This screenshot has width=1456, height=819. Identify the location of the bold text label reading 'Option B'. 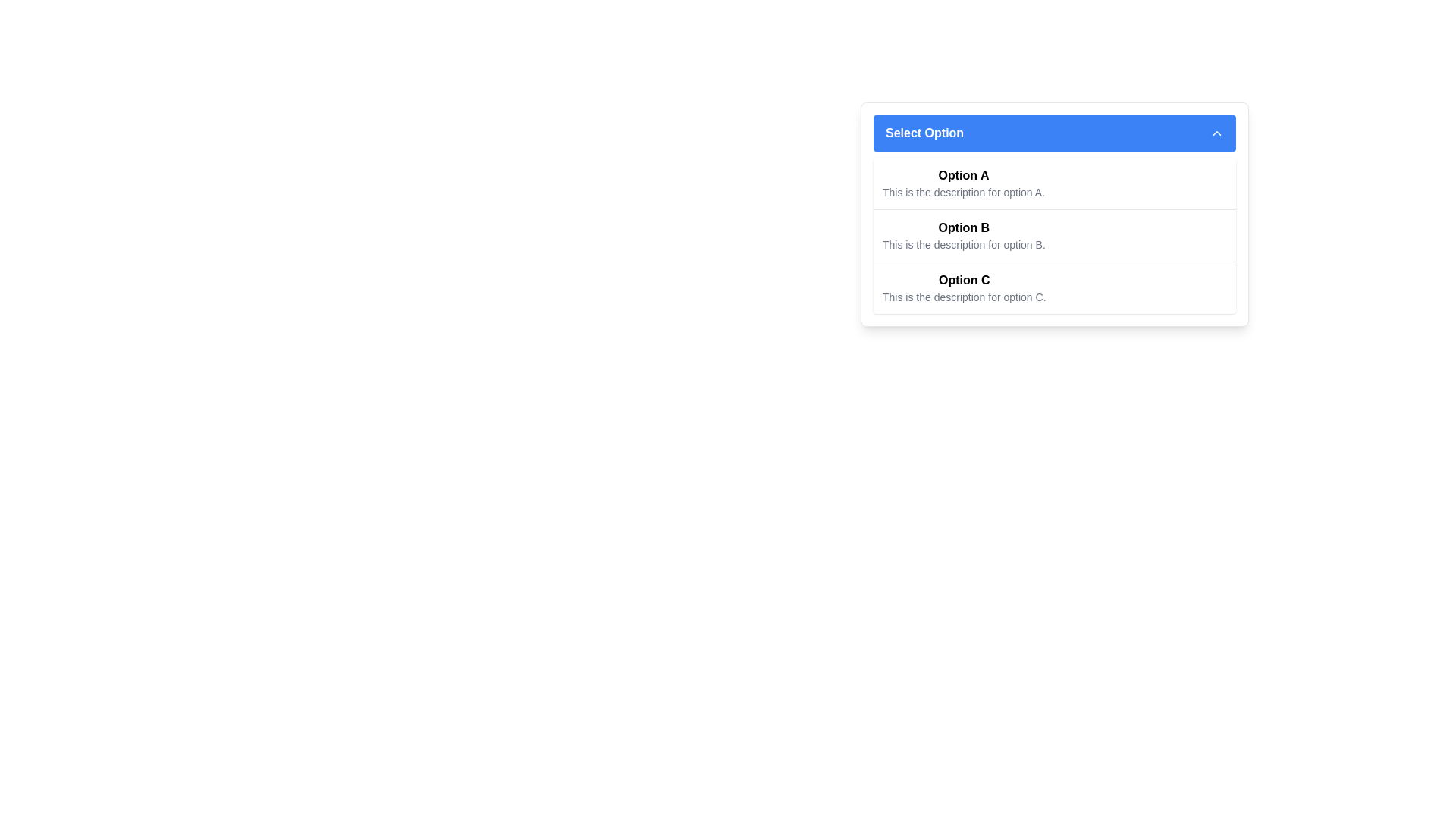
(963, 227).